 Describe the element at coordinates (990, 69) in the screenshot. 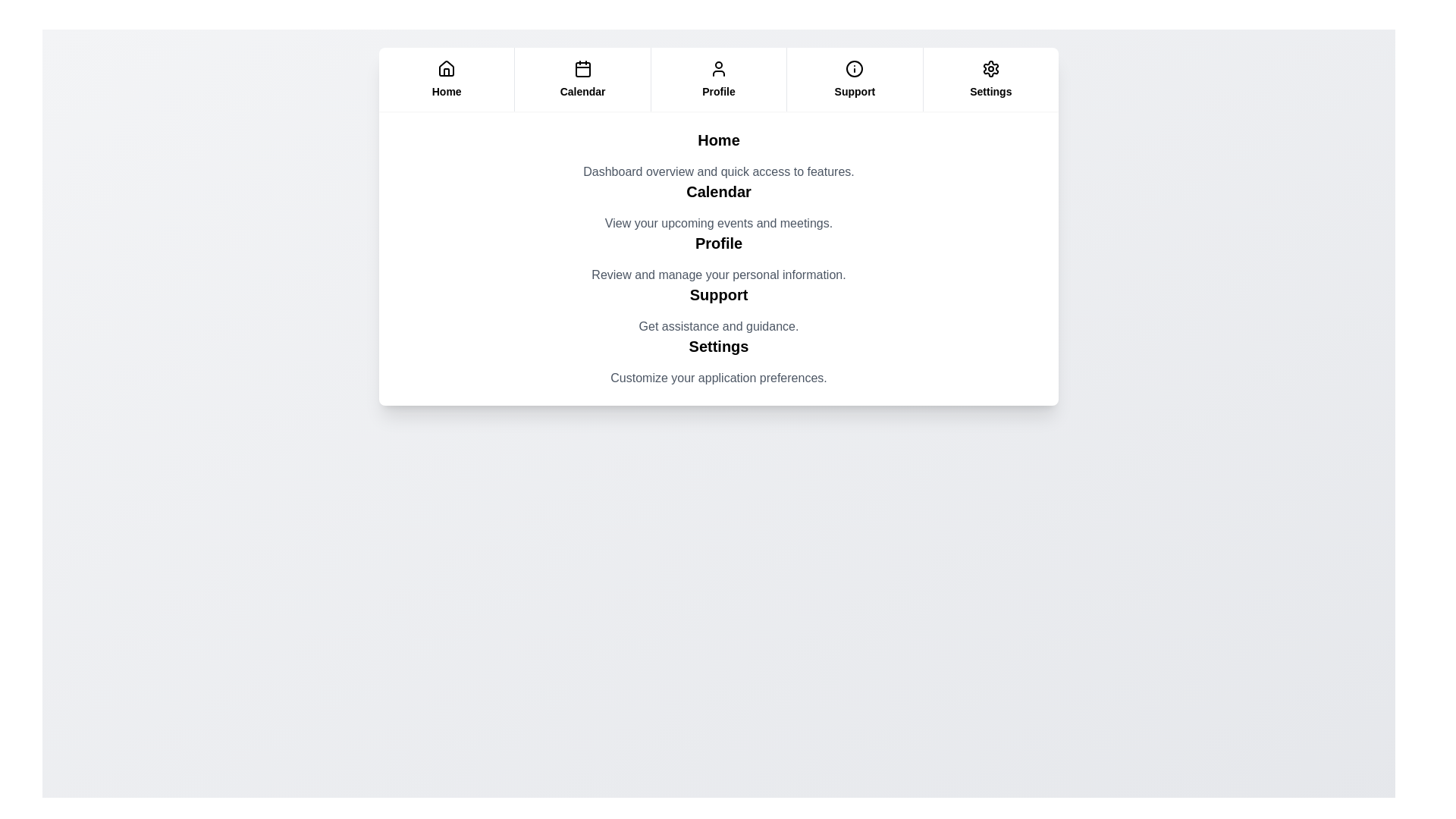

I see `the clickable settings icon located at the far-right of the navigation bar` at that location.